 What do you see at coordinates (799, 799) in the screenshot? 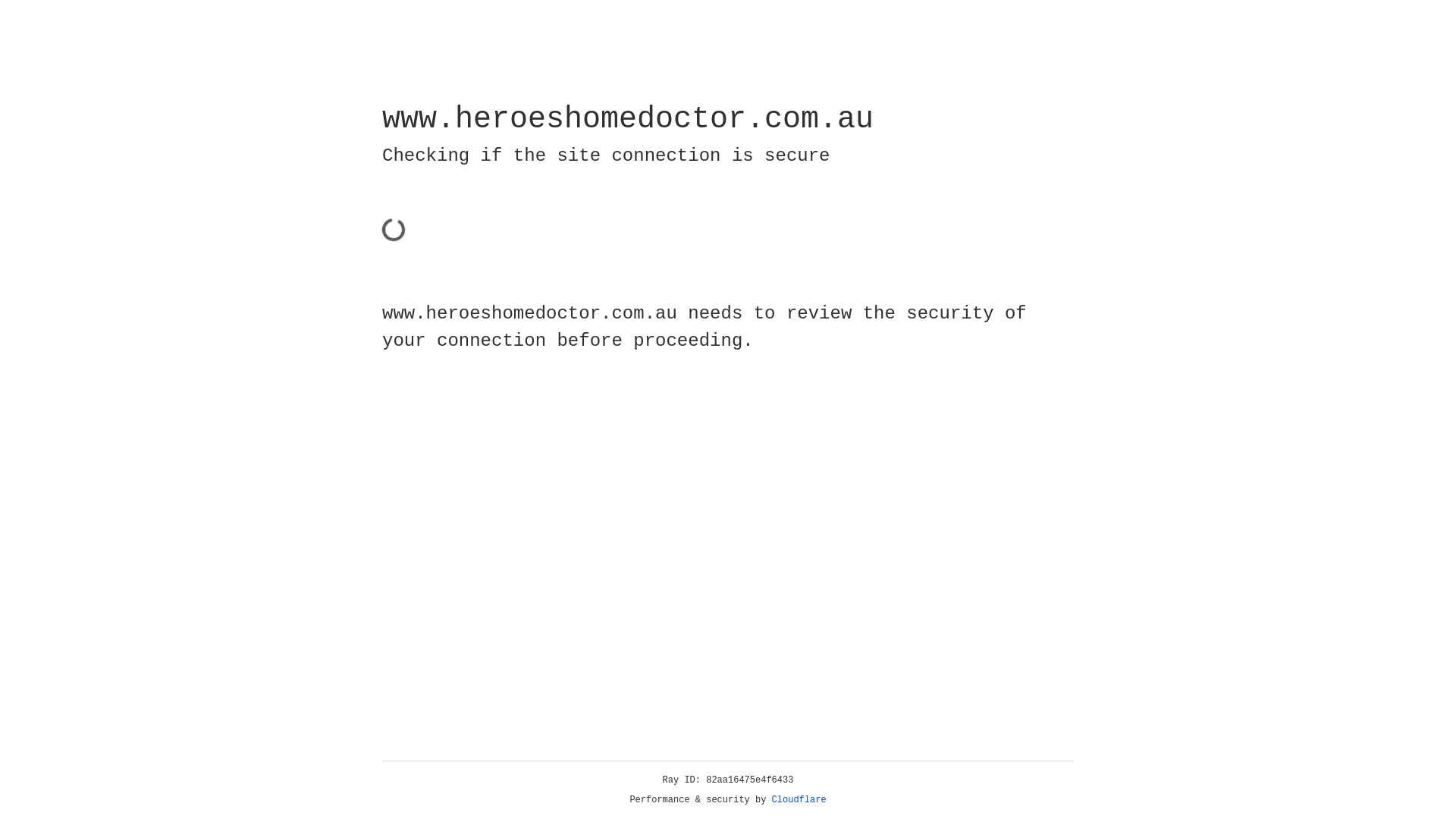
I see `'Cloudflare'` at bounding box center [799, 799].